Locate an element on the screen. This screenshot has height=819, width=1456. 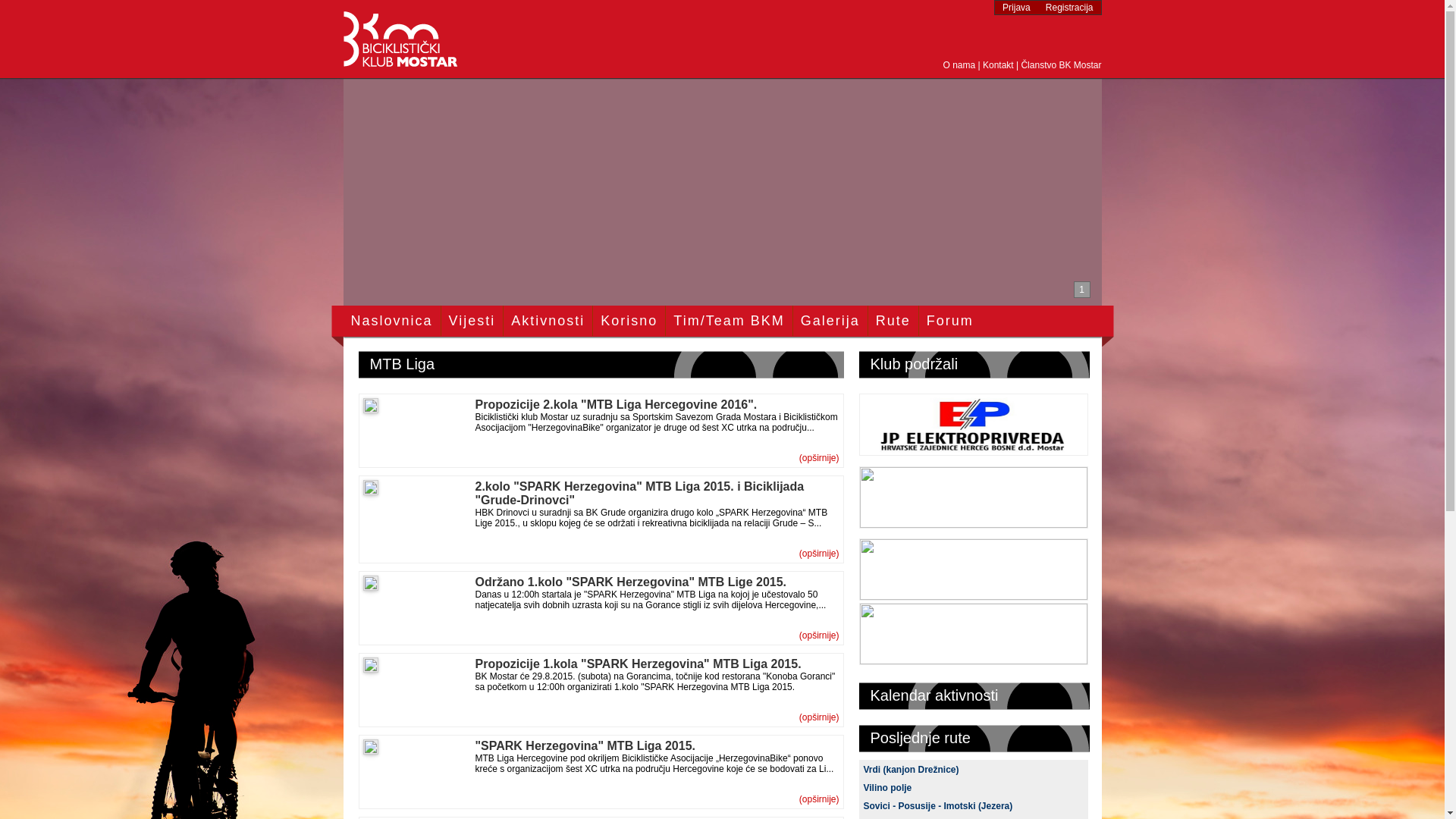
'Korisno' is located at coordinates (629, 320).